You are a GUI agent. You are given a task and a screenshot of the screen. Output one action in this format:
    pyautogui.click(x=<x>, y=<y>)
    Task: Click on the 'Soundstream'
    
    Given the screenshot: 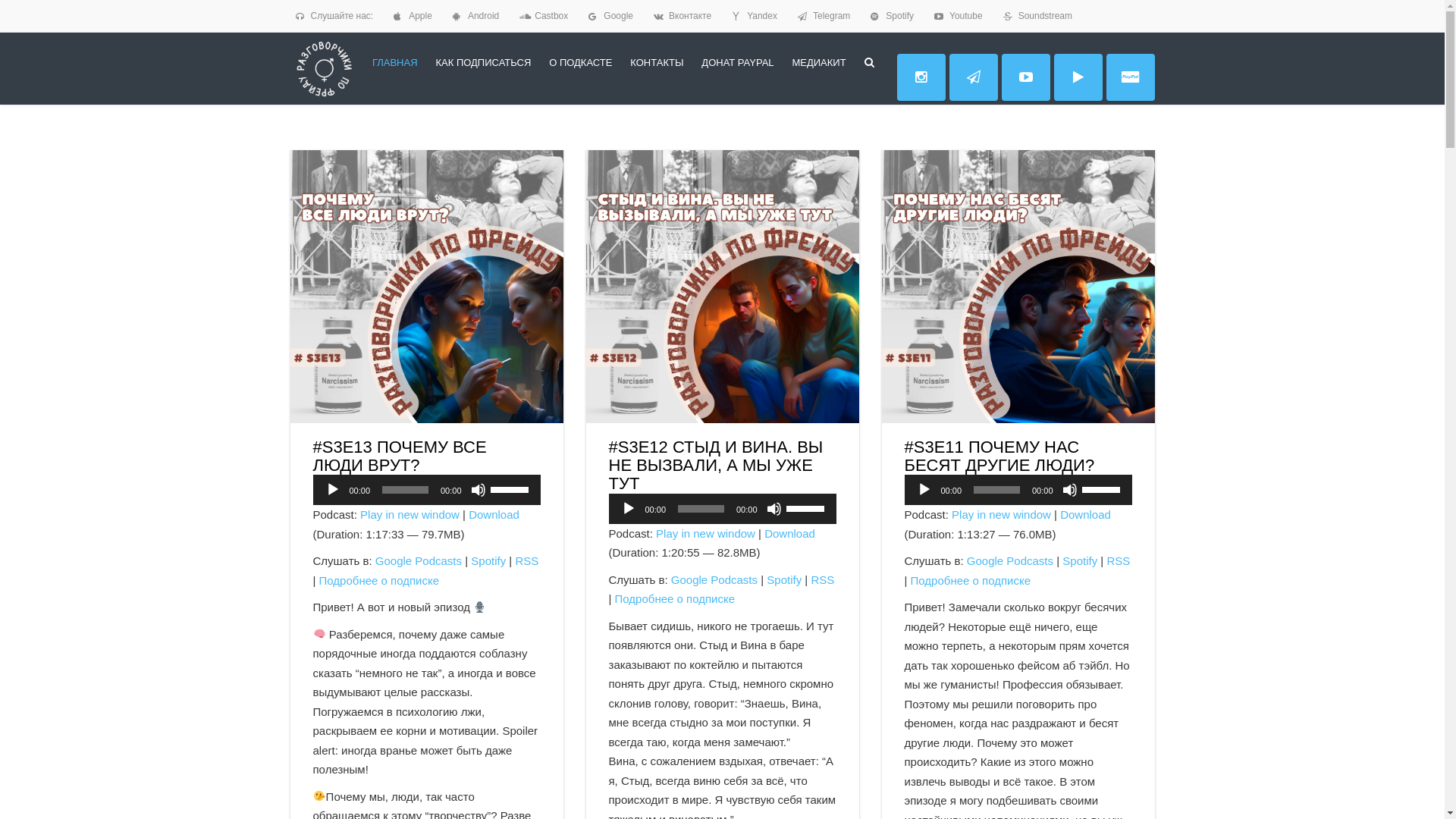 What is the action you would take?
    pyautogui.click(x=1044, y=15)
    